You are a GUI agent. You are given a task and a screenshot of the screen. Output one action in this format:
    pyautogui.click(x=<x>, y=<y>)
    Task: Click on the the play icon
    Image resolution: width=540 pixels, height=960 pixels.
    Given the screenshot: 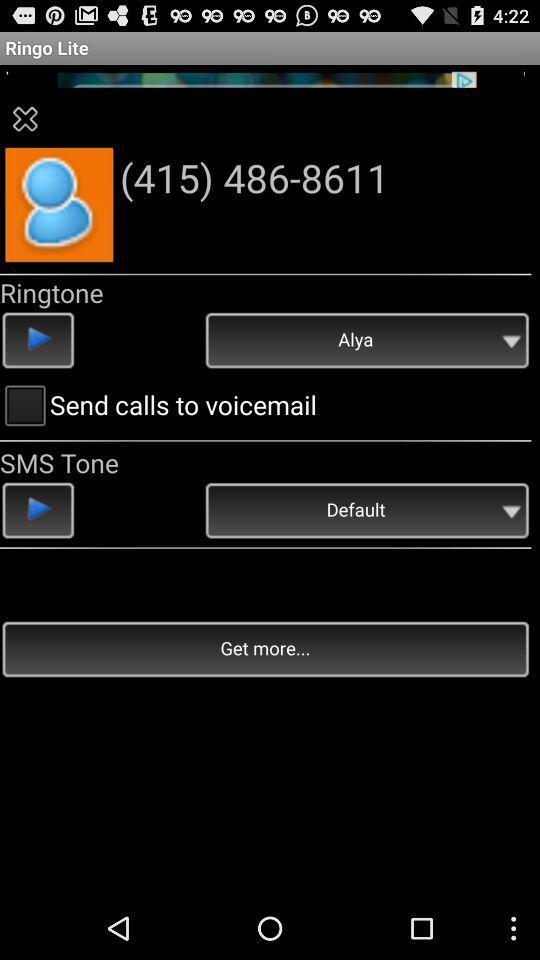 What is the action you would take?
    pyautogui.click(x=38, y=547)
    